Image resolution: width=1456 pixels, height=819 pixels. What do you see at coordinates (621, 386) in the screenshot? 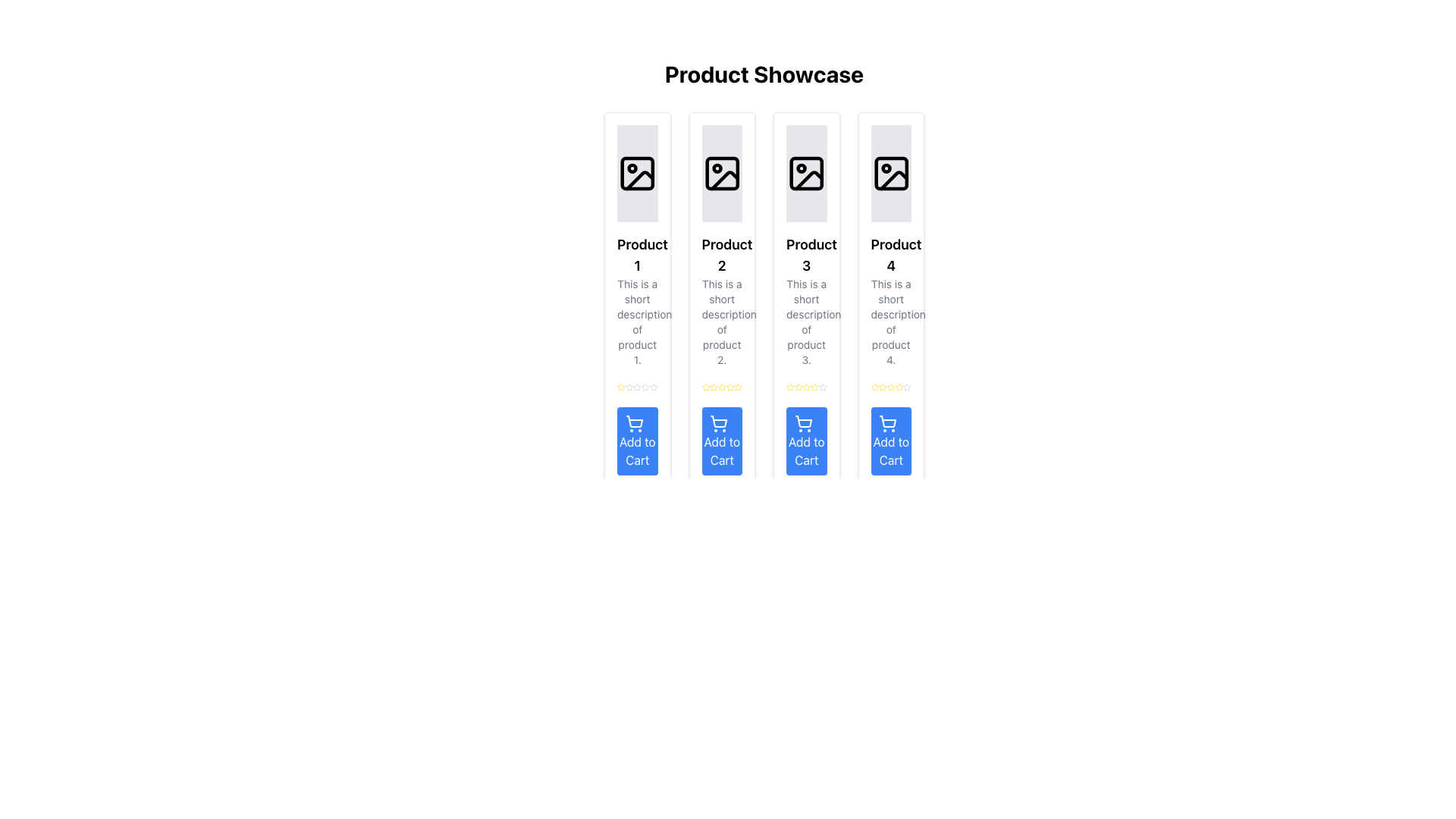
I see `the first star icon in the row of five stars below the product description section of the first product card` at bounding box center [621, 386].